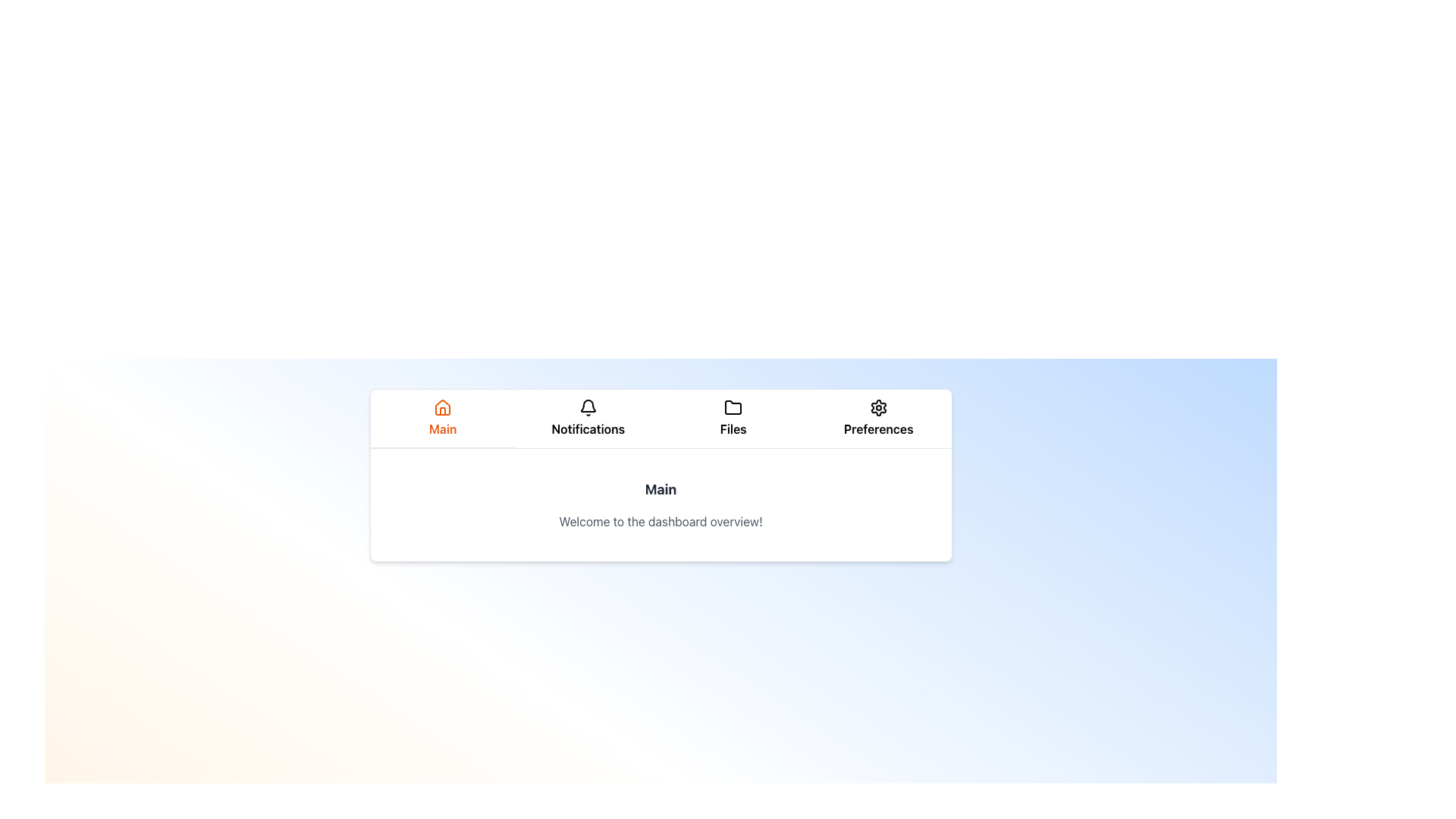 This screenshot has height=819, width=1456. What do you see at coordinates (878, 406) in the screenshot?
I see `the circular gear-shaped icon located within the navigation tab labeled 'Preferences' at the top right` at bounding box center [878, 406].